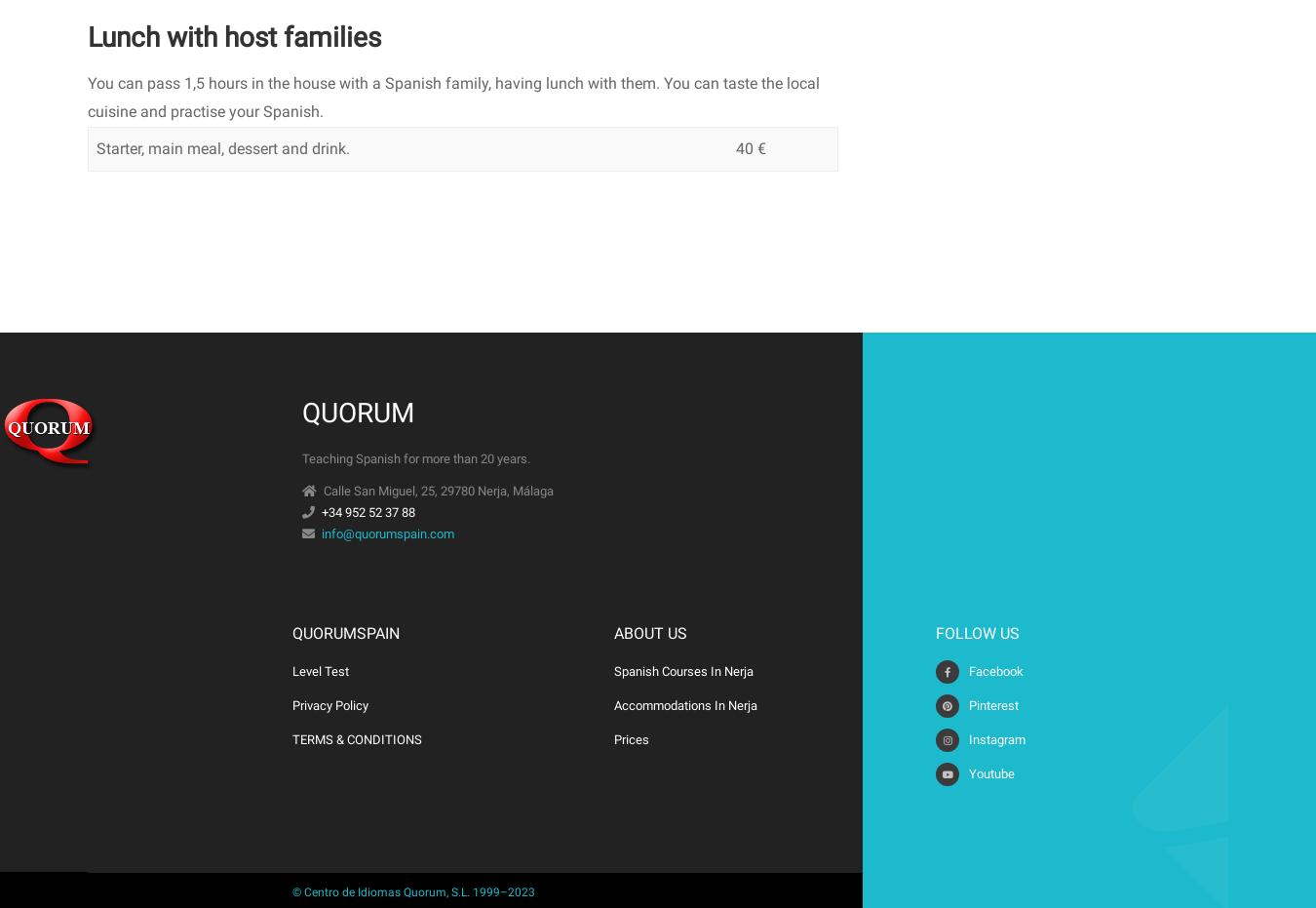 This screenshot has height=908, width=1316. Describe the element at coordinates (614, 704) in the screenshot. I see `'Accommodations in Nerja'` at that location.